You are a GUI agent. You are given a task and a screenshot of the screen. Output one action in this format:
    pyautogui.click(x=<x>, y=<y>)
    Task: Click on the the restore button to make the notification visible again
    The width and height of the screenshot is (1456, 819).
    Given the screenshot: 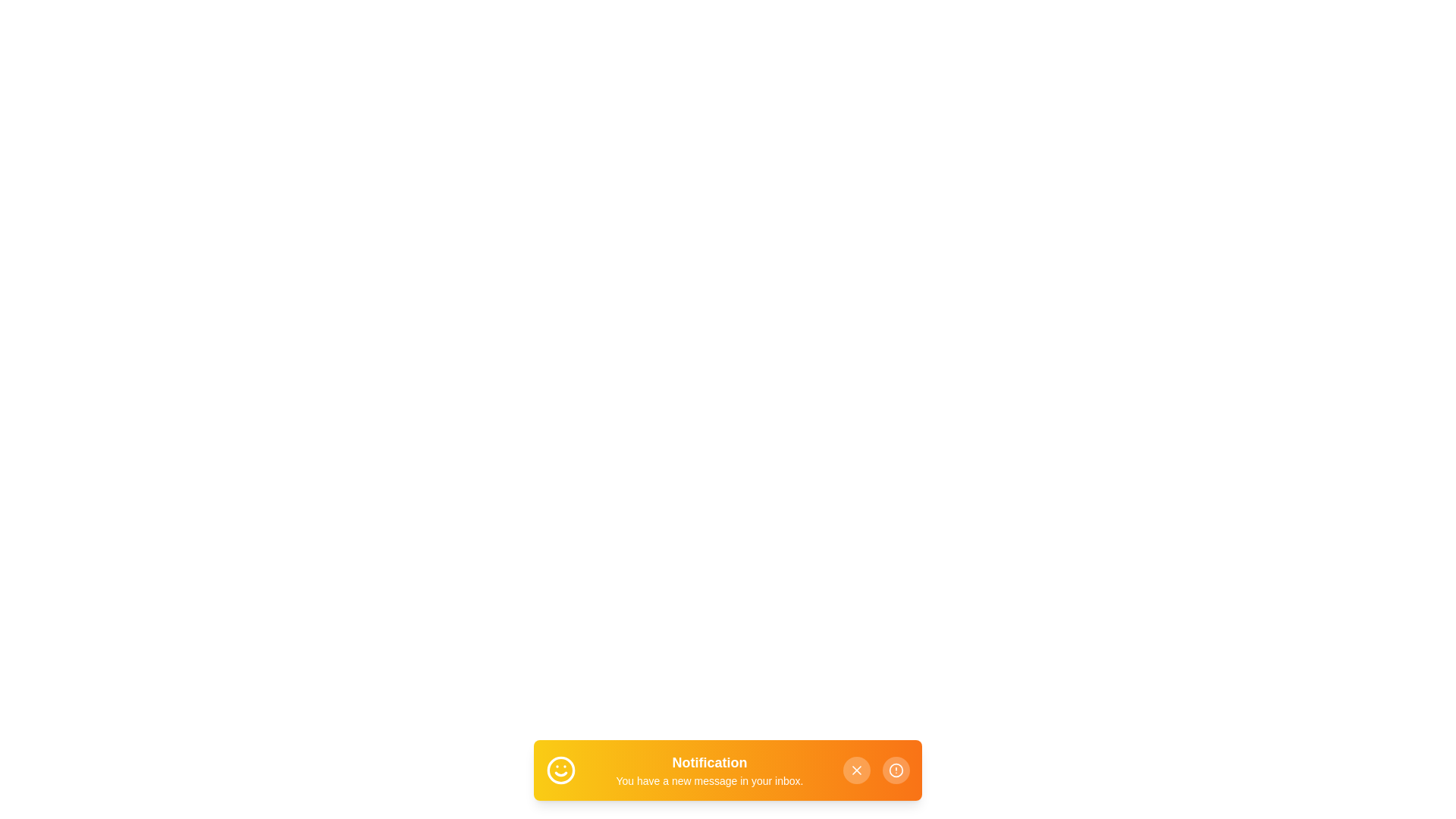 What is the action you would take?
    pyautogui.click(x=896, y=770)
    